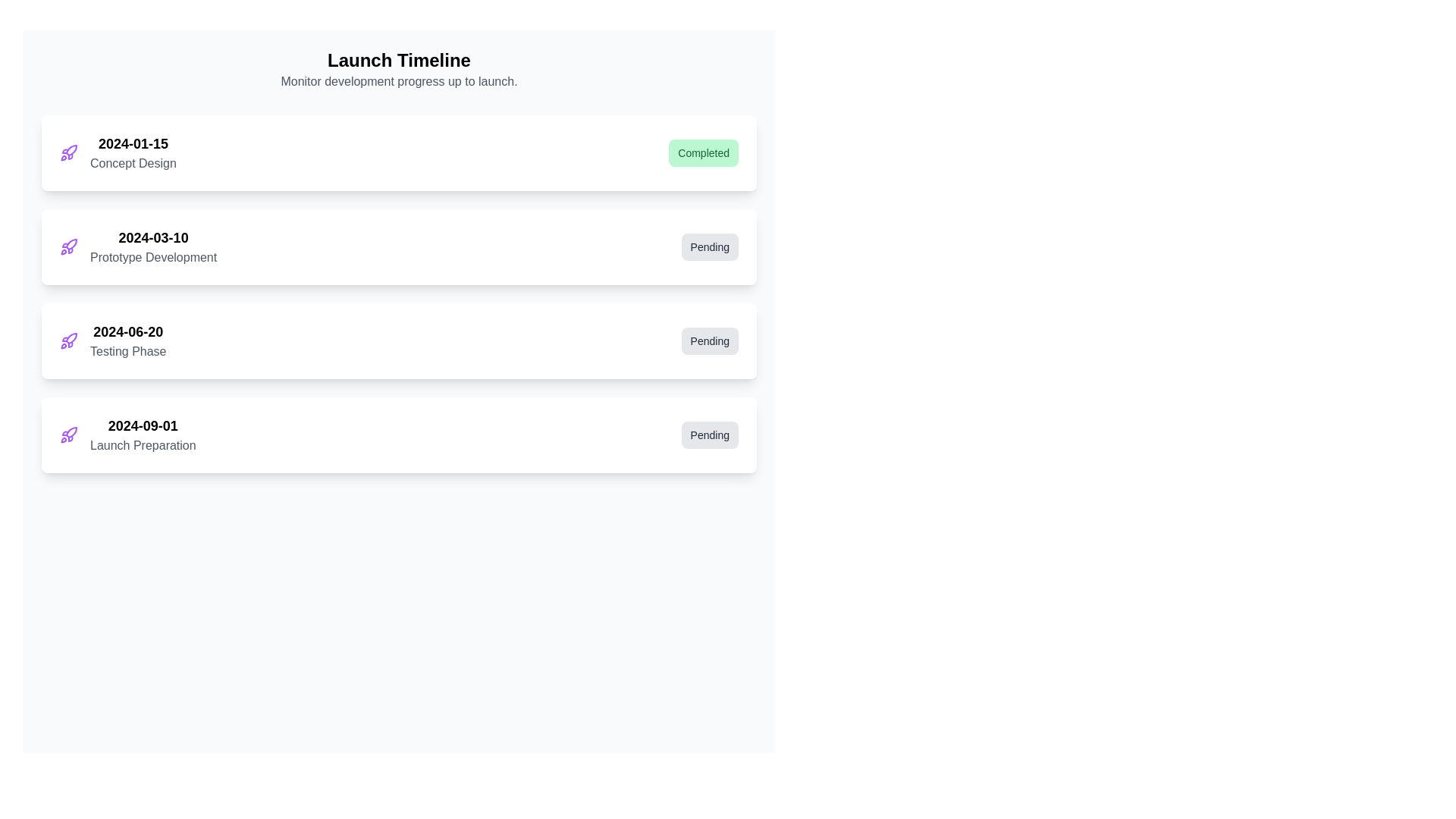 Image resolution: width=1456 pixels, height=819 pixels. What do you see at coordinates (127, 435) in the screenshot?
I see `the fourth item in the vertical list that displays the date '2024-09-01' and the task 'Launch Preparation', which is located at the bottom of the visible list` at bounding box center [127, 435].